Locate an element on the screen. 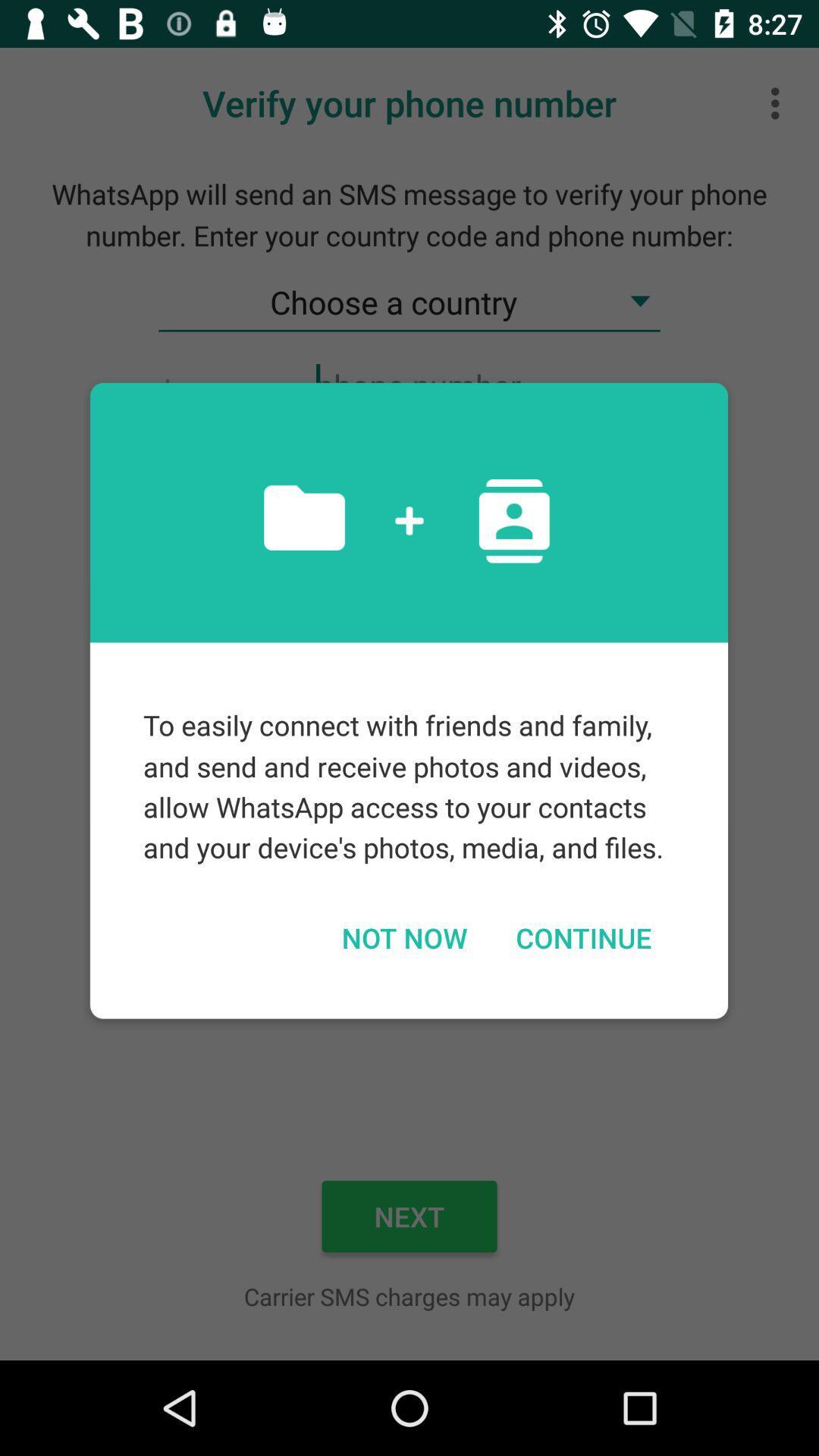  the icon below the to easily connect icon is located at coordinates (403, 937).